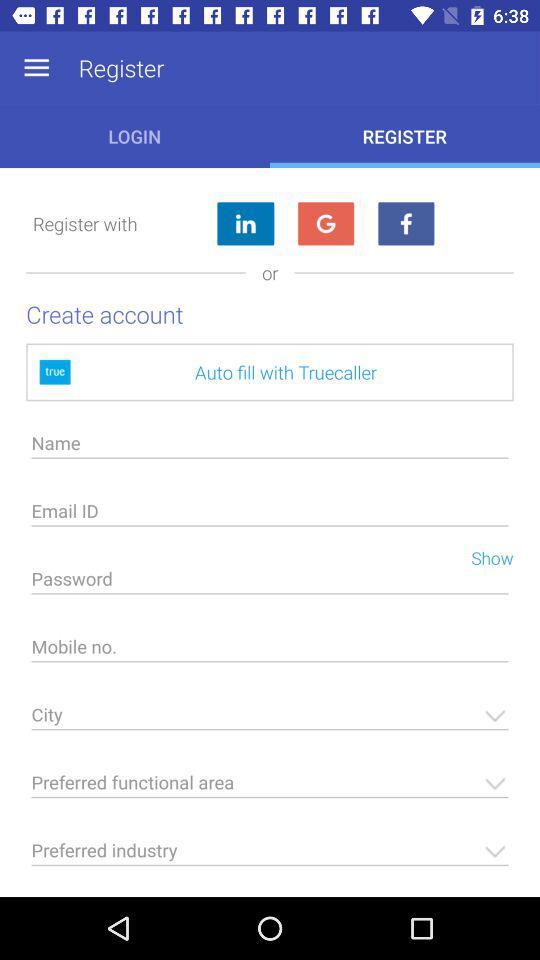 Image resolution: width=540 pixels, height=960 pixels. I want to click on show options for selected field, so click(270, 788).